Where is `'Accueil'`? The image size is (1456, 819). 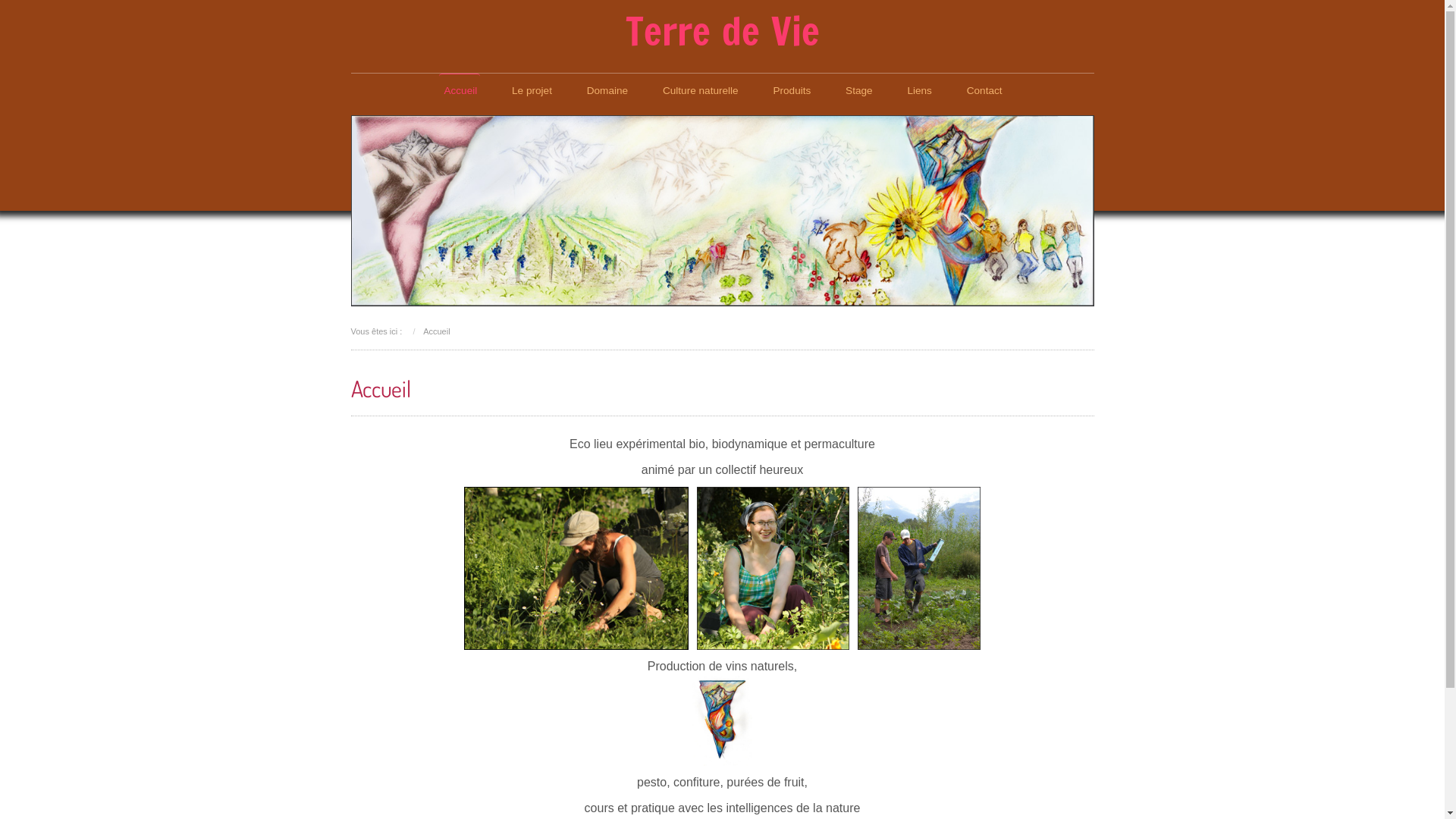 'Accueil' is located at coordinates (458, 90).